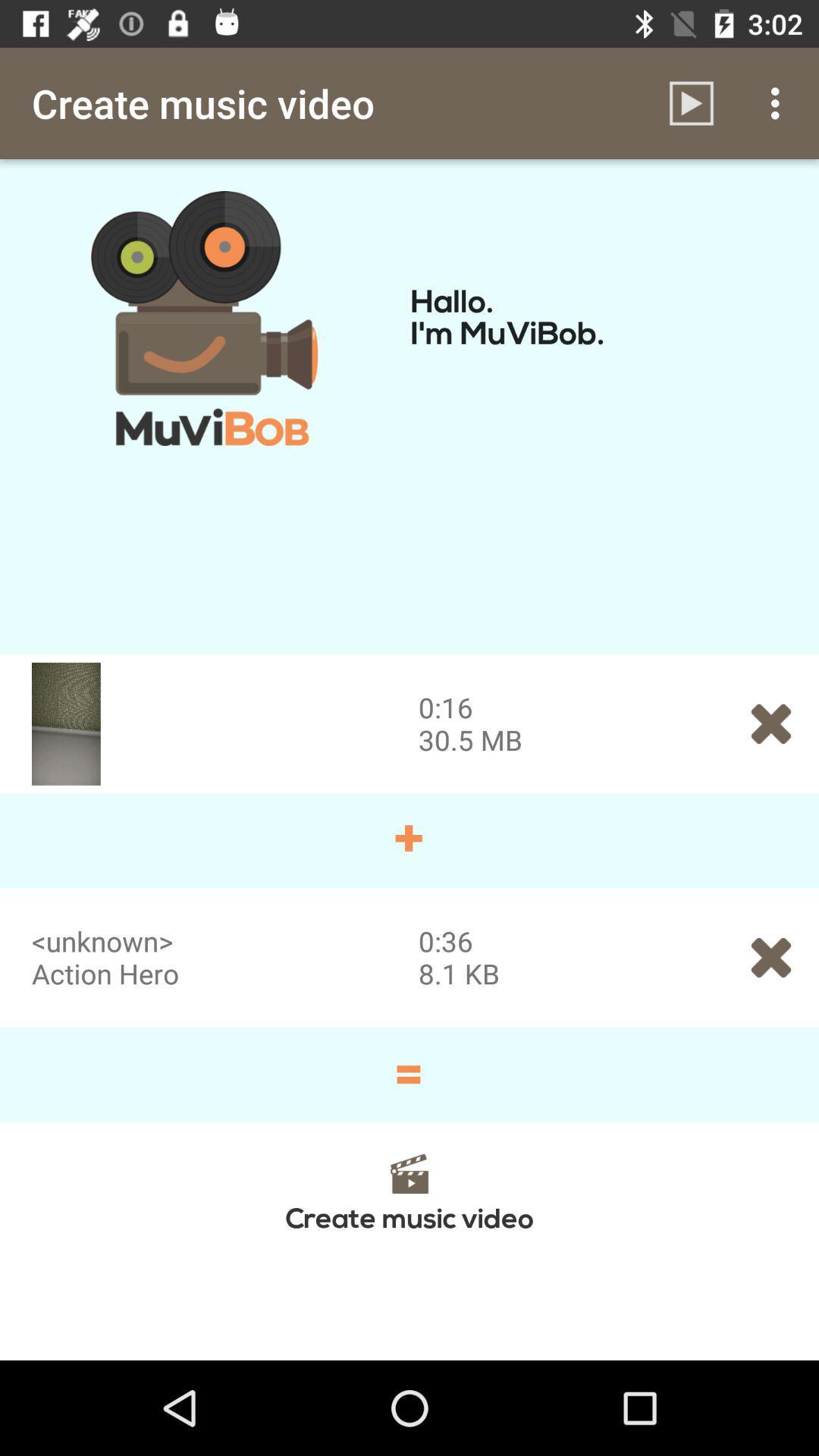 The width and height of the screenshot is (819, 1456). I want to click on the close icon, so click(771, 956).